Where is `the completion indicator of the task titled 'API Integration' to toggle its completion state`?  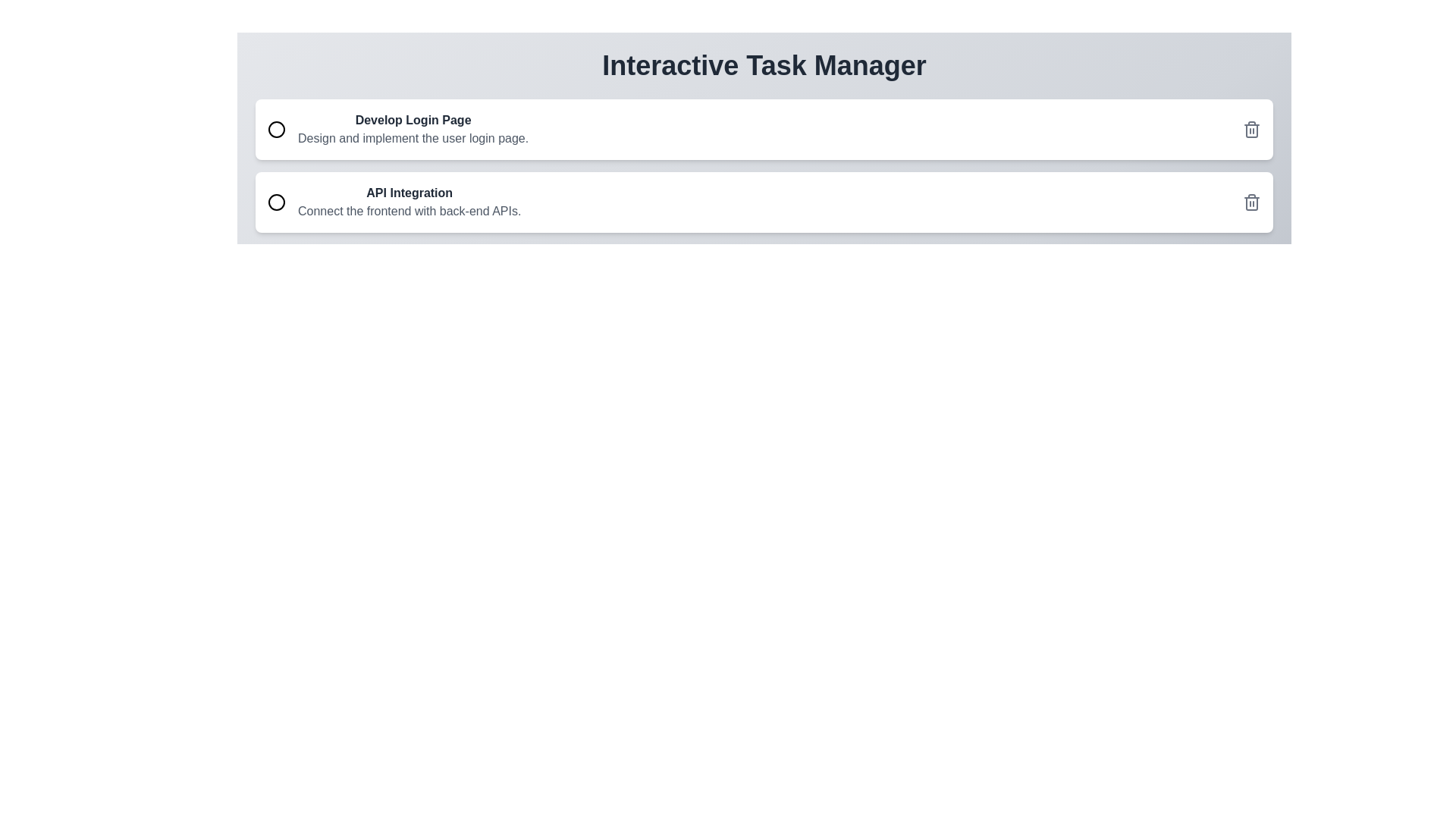
the completion indicator of the task titled 'API Integration' to toggle its completion state is located at coordinates (276, 201).